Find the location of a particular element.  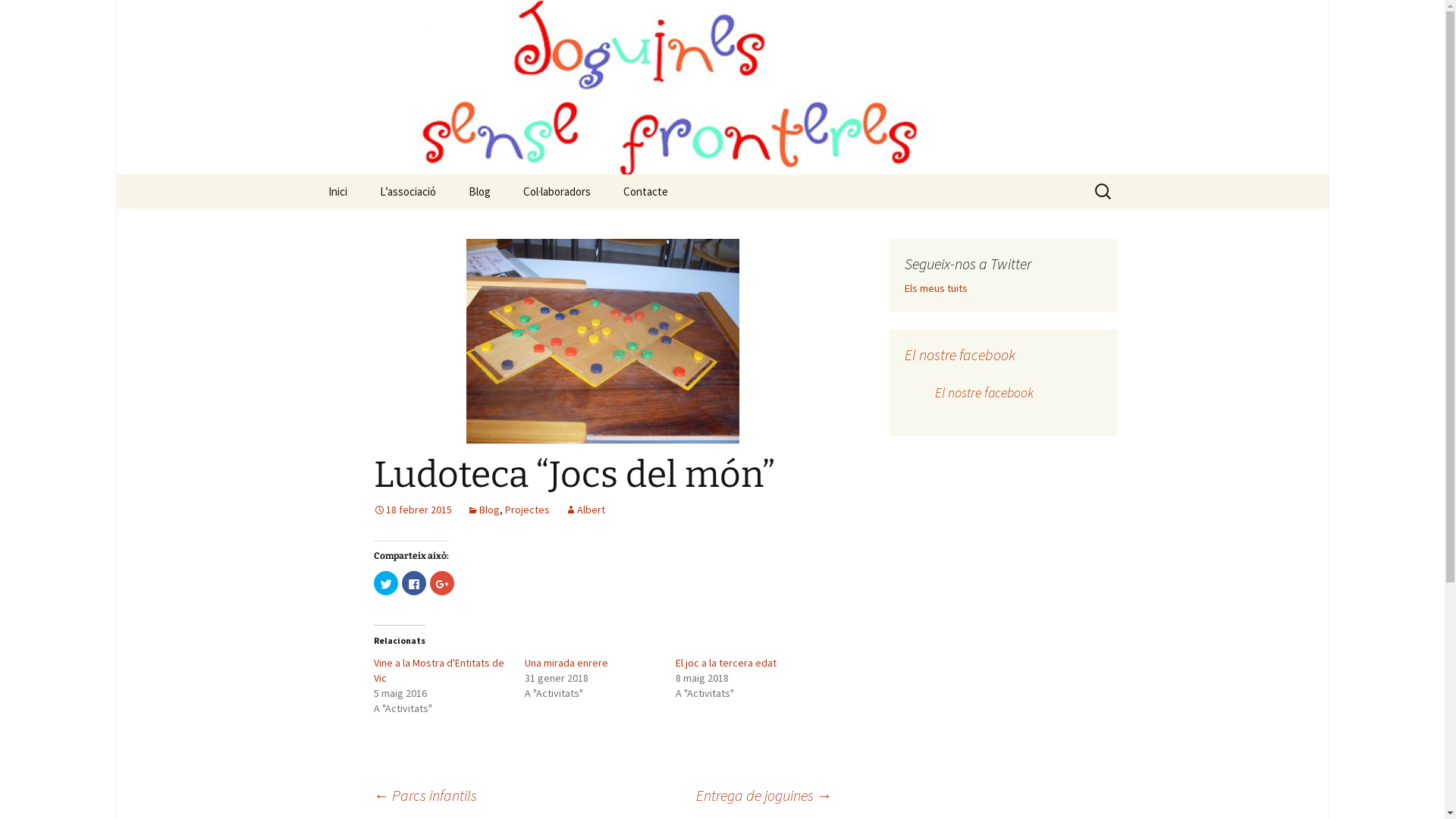

'Vine a la Mostra d'Entitats de Vic' is located at coordinates (437, 669).